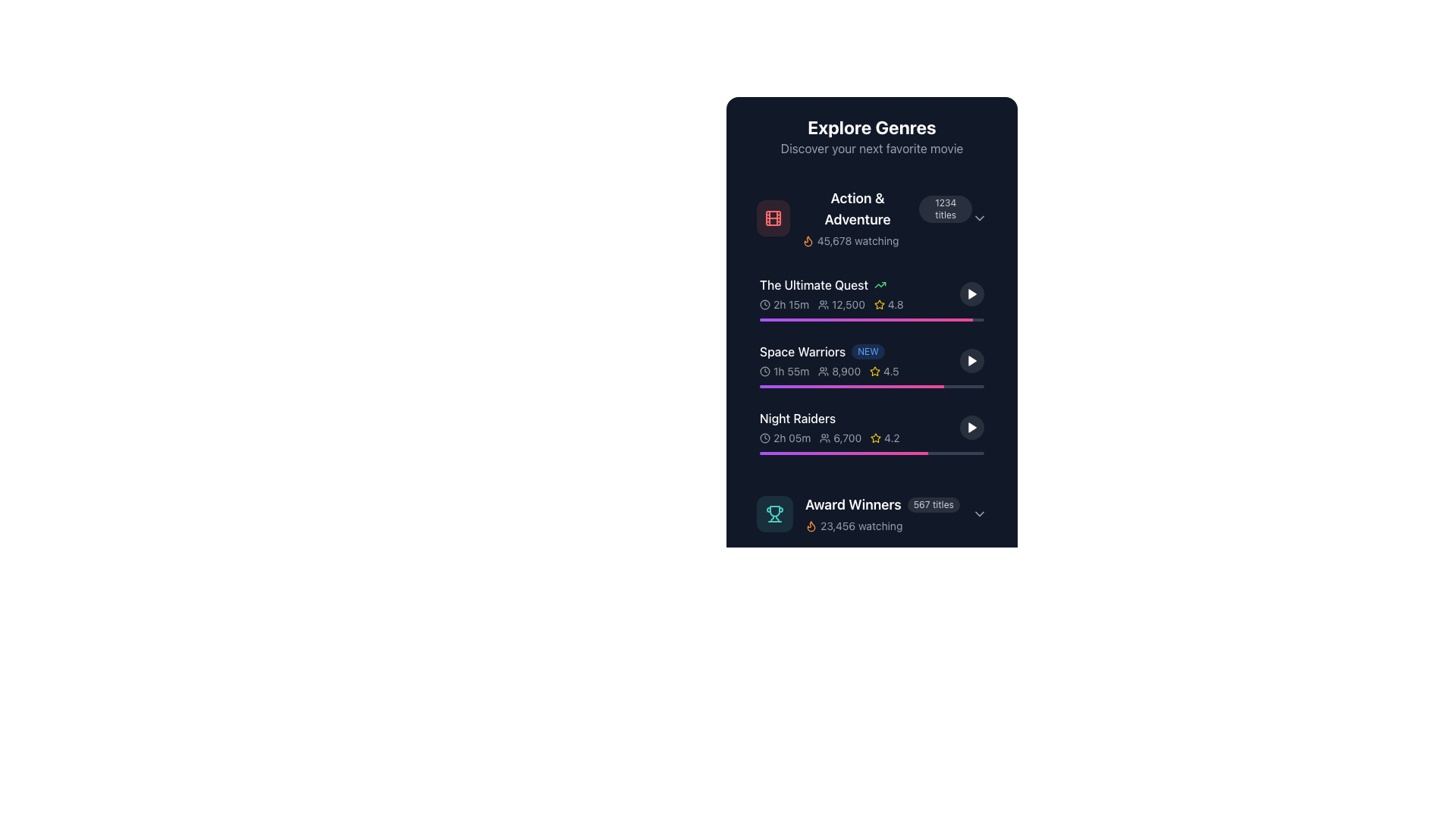  I want to click on the static text label displaying the number of viewers or participants for the 'Night Raiders' item, located under the 'Night Raiders' section of the interface, so click(839, 438).